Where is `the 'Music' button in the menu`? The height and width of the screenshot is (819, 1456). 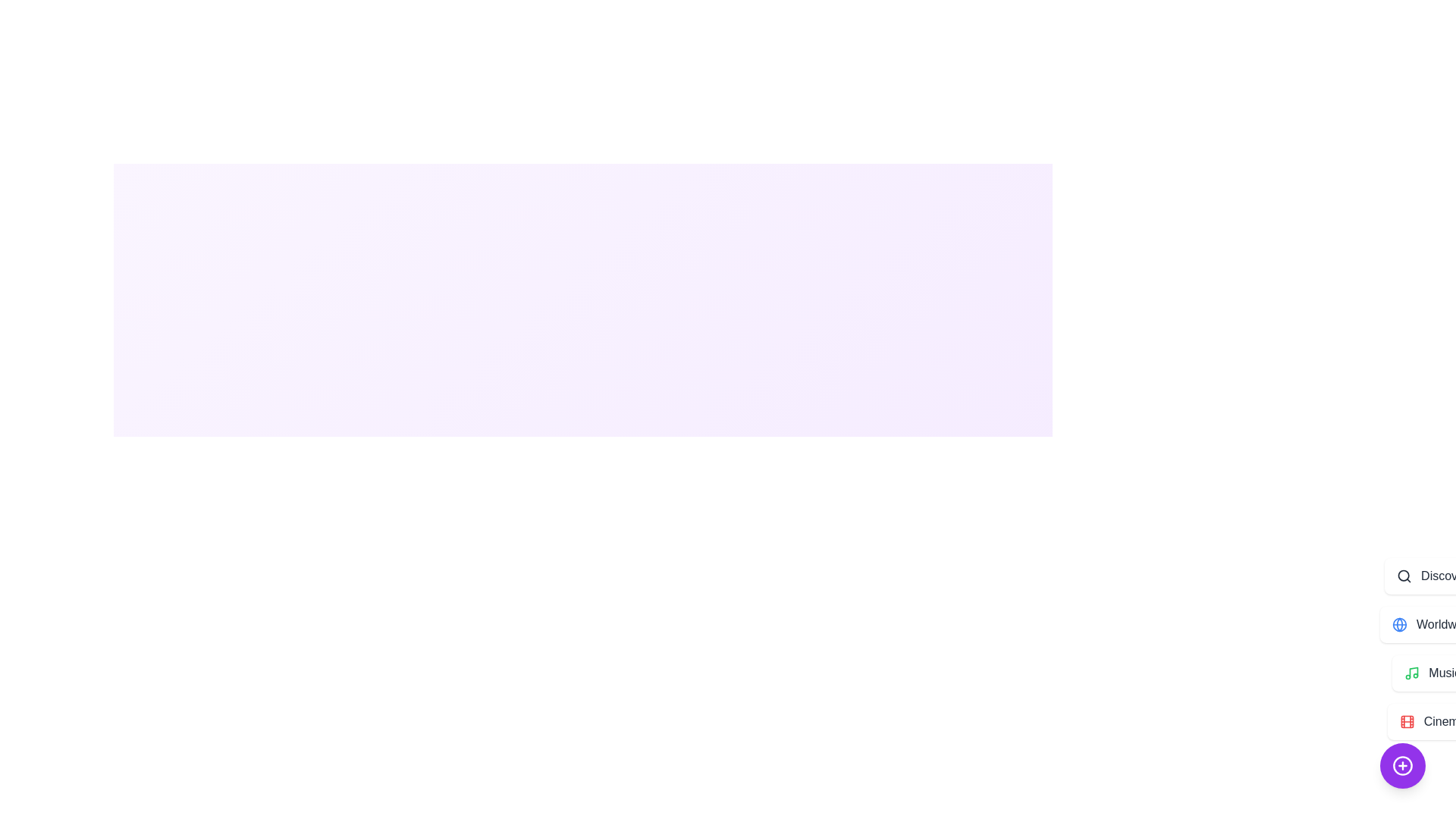 the 'Music' button in the menu is located at coordinates (1432, 672).